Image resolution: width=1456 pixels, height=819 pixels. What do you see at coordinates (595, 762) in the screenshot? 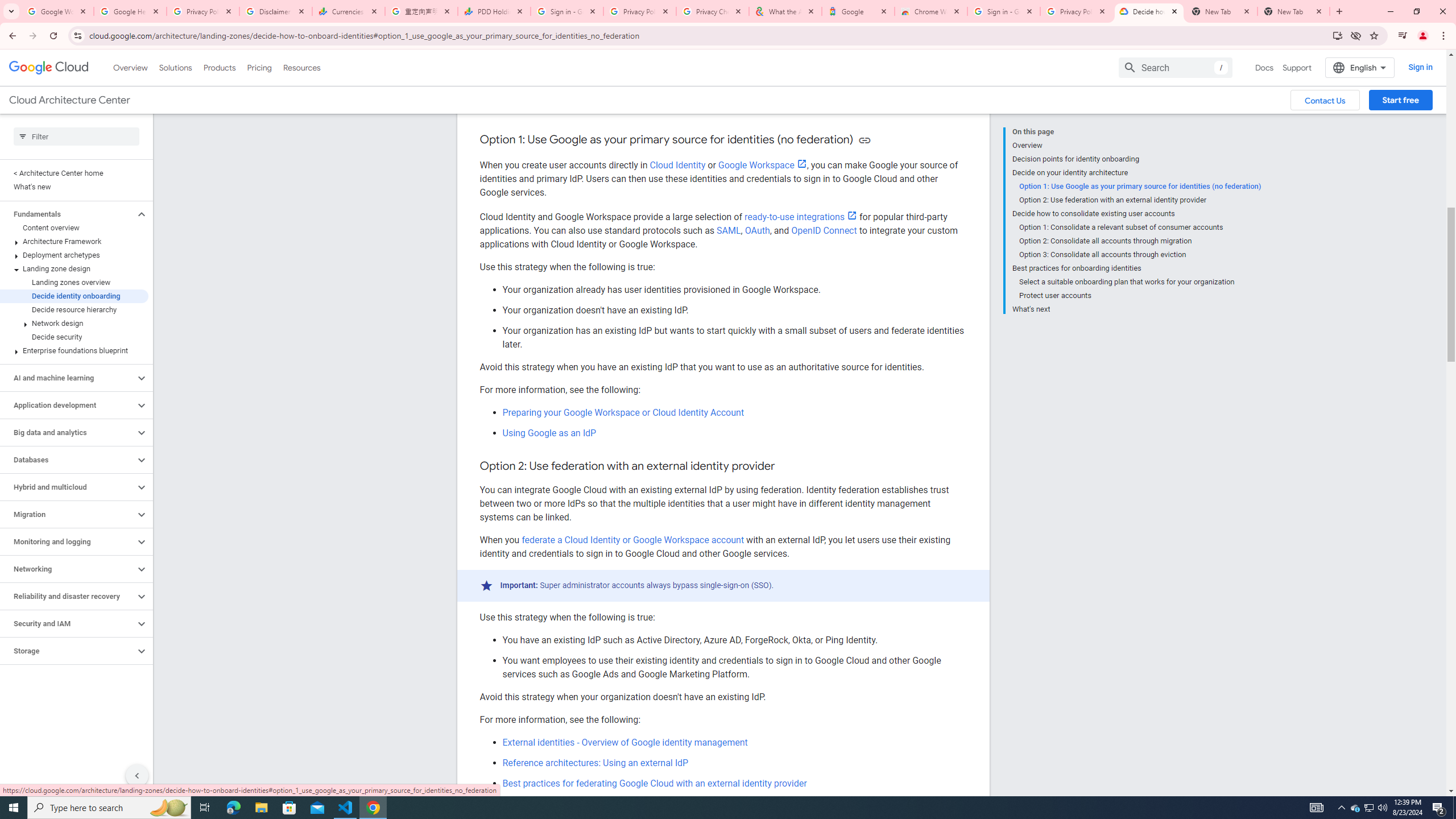
I see `'Reference architectures: Using an external IdP'` at bounding box center [595, 762].